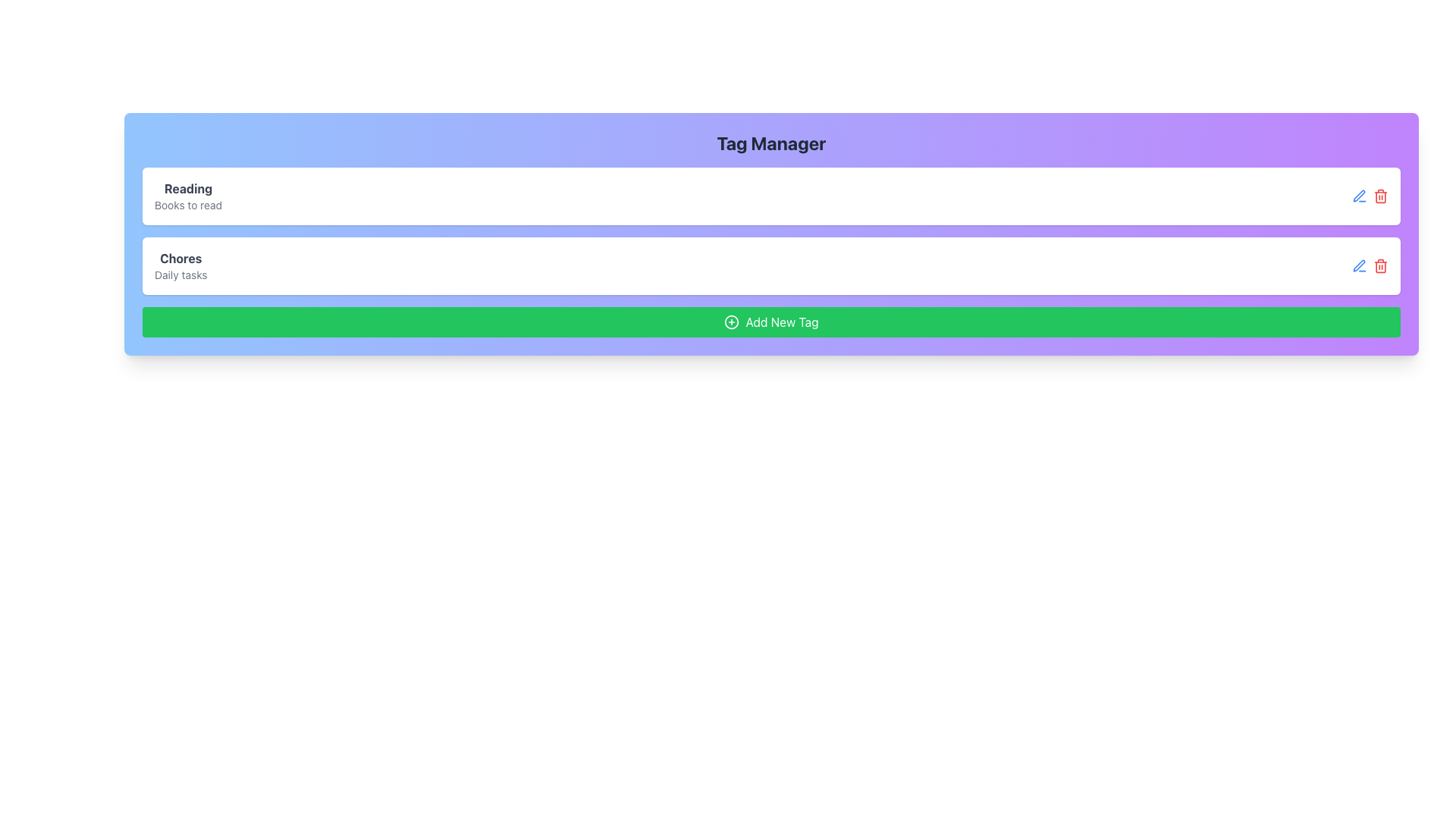 The height and width of the screenshot is (819, 1456). I want to click on the text label reading 'Books to read', which is styled in a smaller font size and light gray color, located directly beneath the bolded text 'Reading', so click(187, 205).